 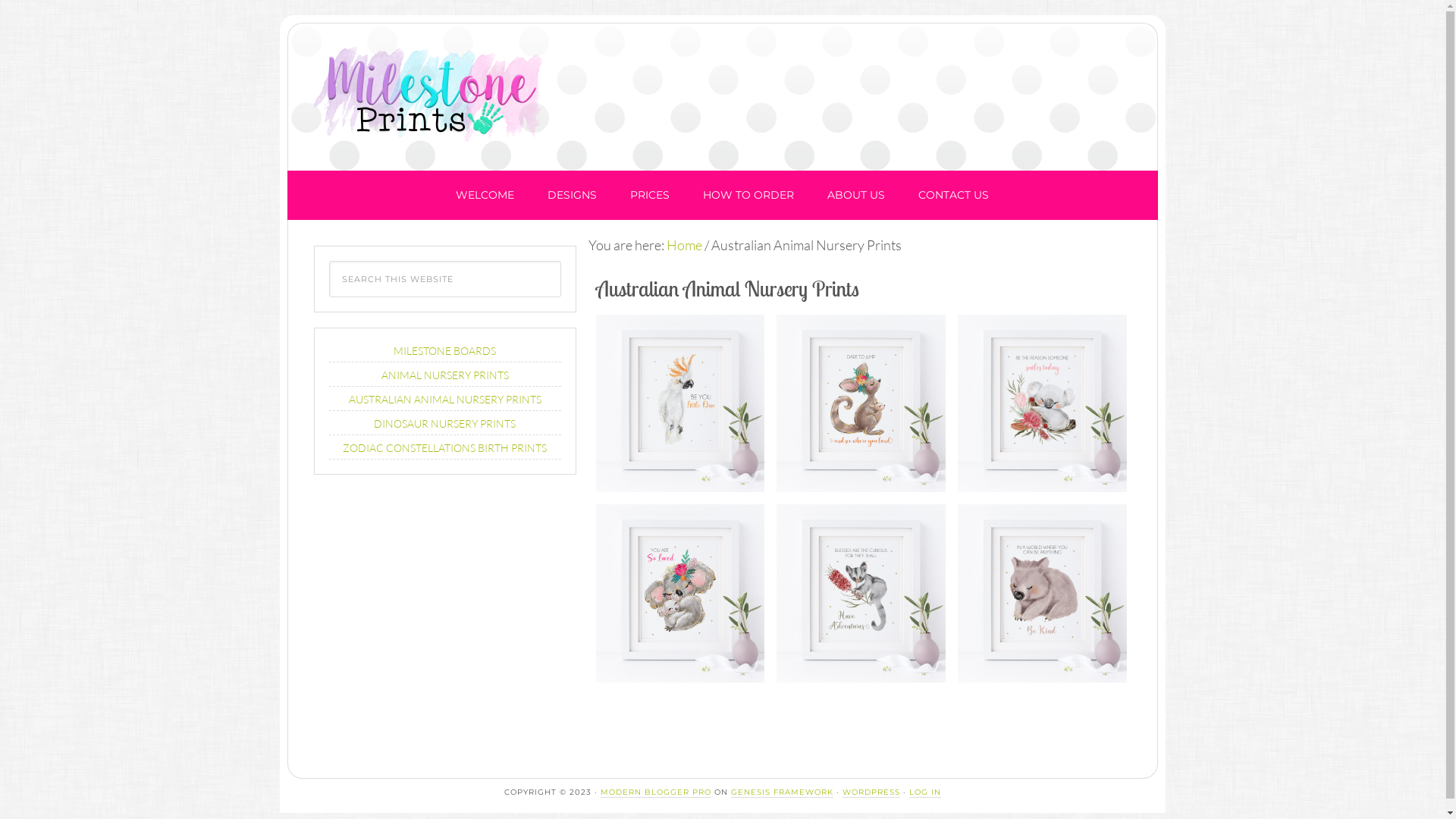 I want to click on 'LOG IN', so click(x=924, y=792).